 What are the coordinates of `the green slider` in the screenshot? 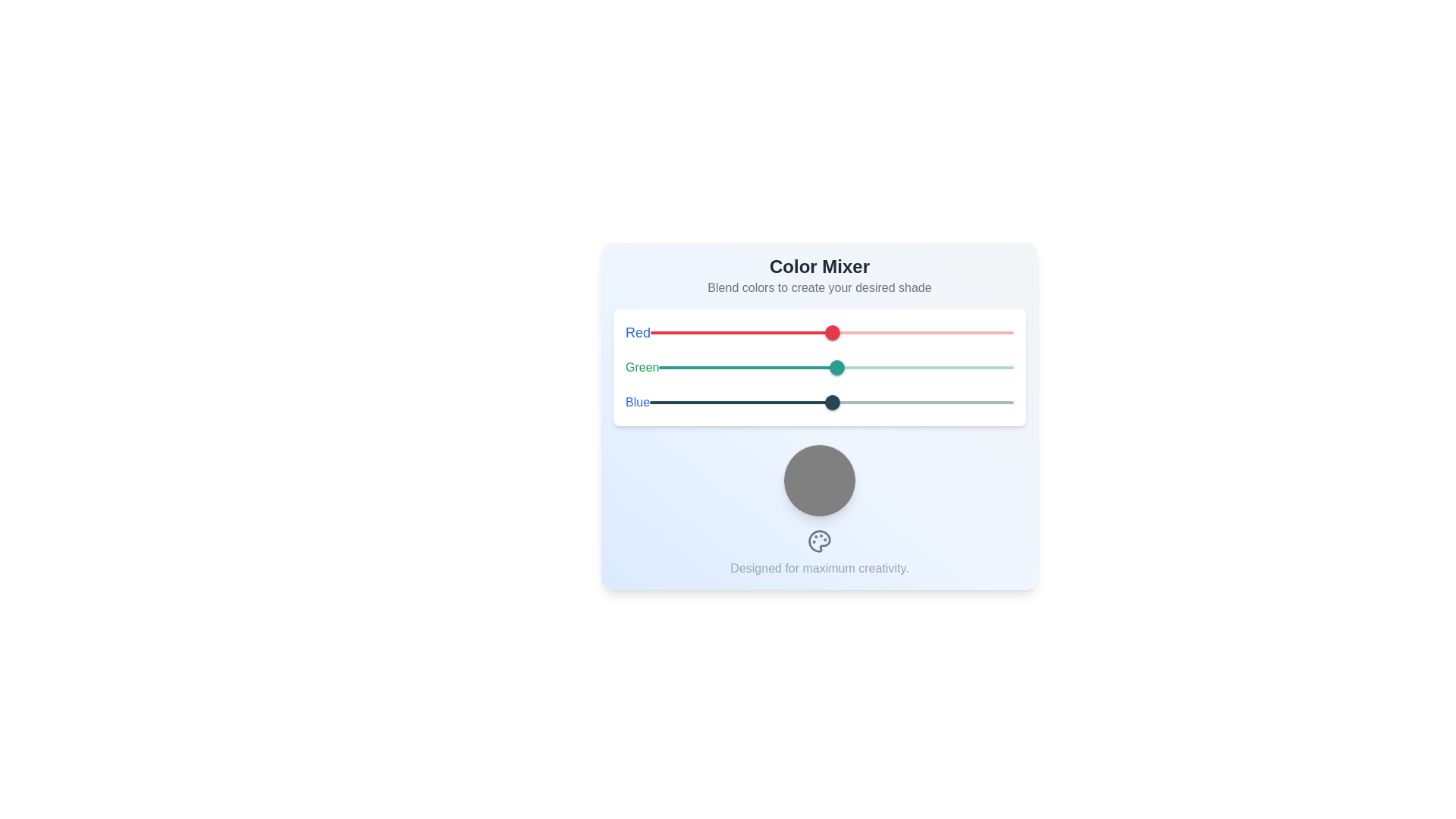 It's located at (701, 368).